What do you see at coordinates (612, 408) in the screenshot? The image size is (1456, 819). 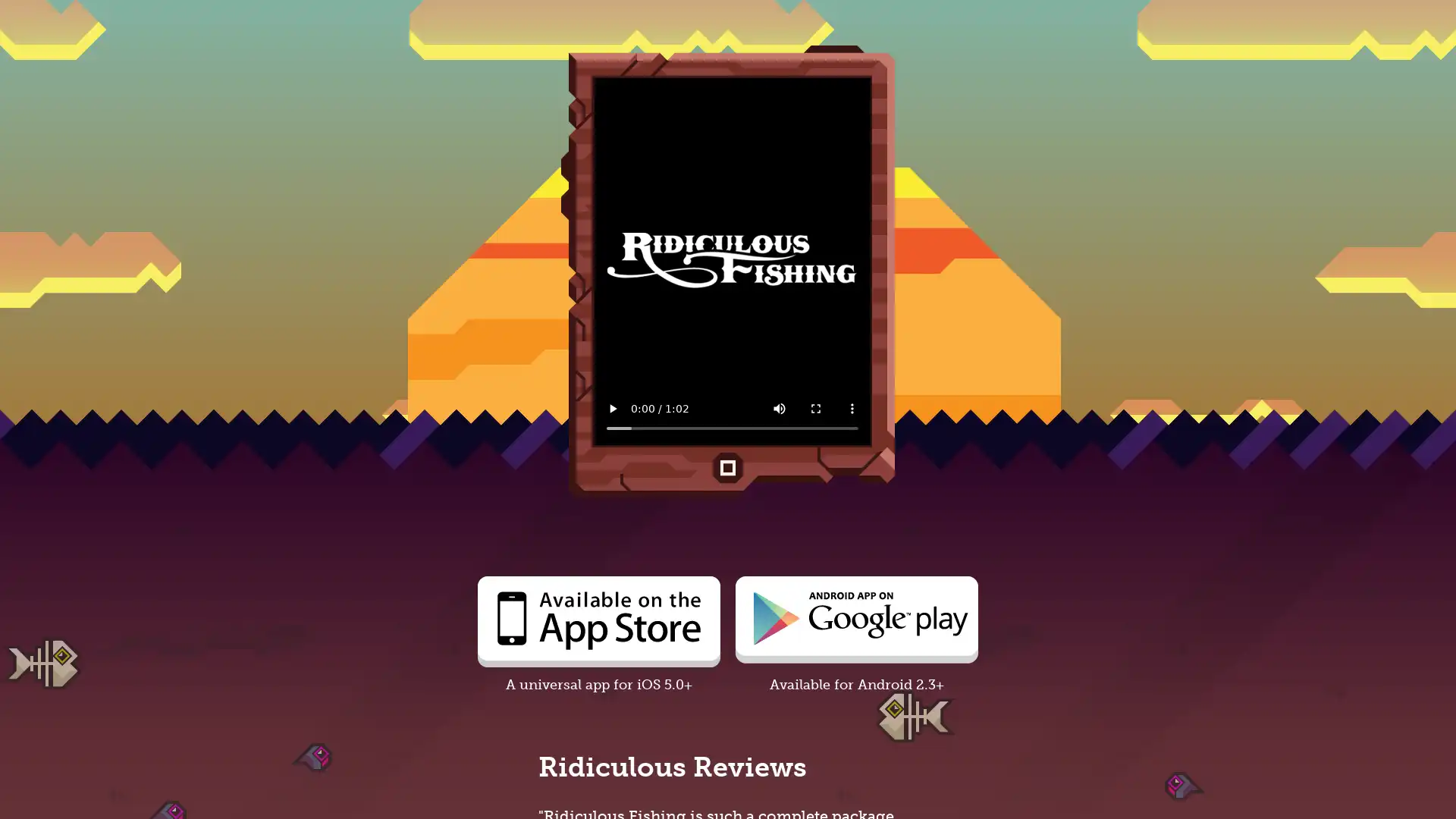 I see `play` at bounding box center [612, 408].